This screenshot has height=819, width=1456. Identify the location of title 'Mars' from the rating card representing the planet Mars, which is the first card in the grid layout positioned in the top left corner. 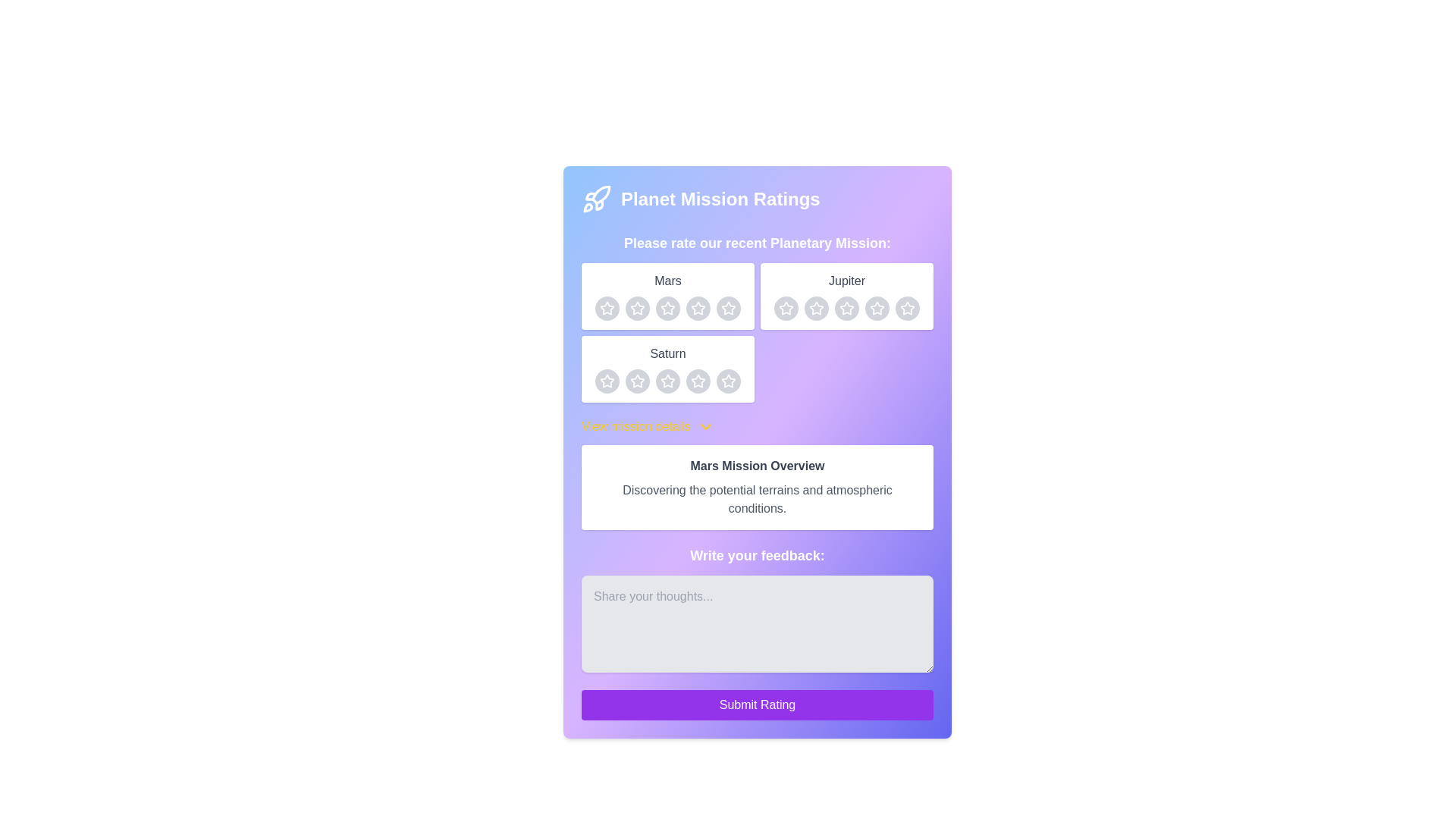
(667, 296).